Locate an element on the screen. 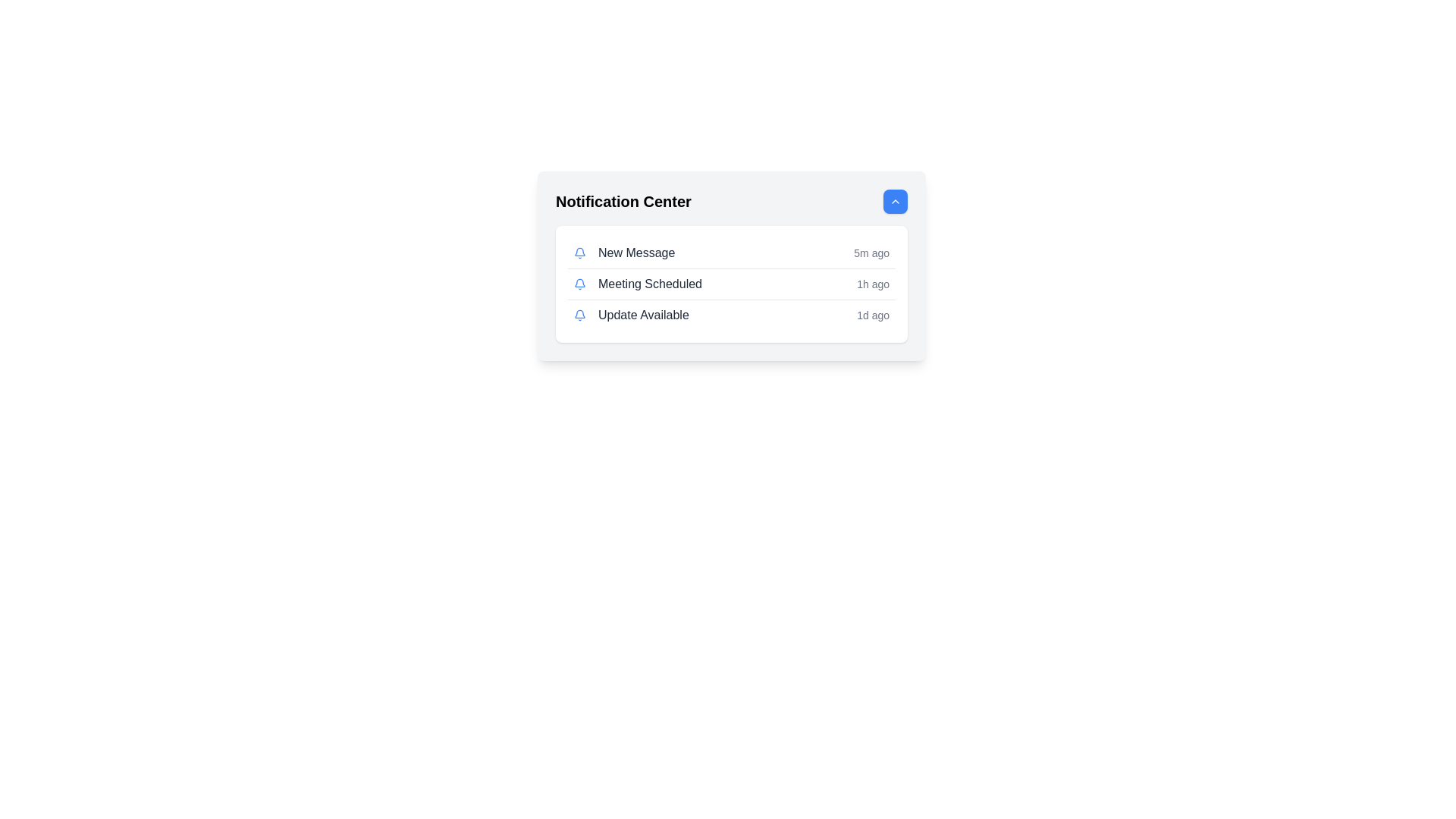 This screenshot has height=819, width=1456. the notification category icon located at the top-left corner of the 'New Message' notification row is located at coordinates (579, 253).